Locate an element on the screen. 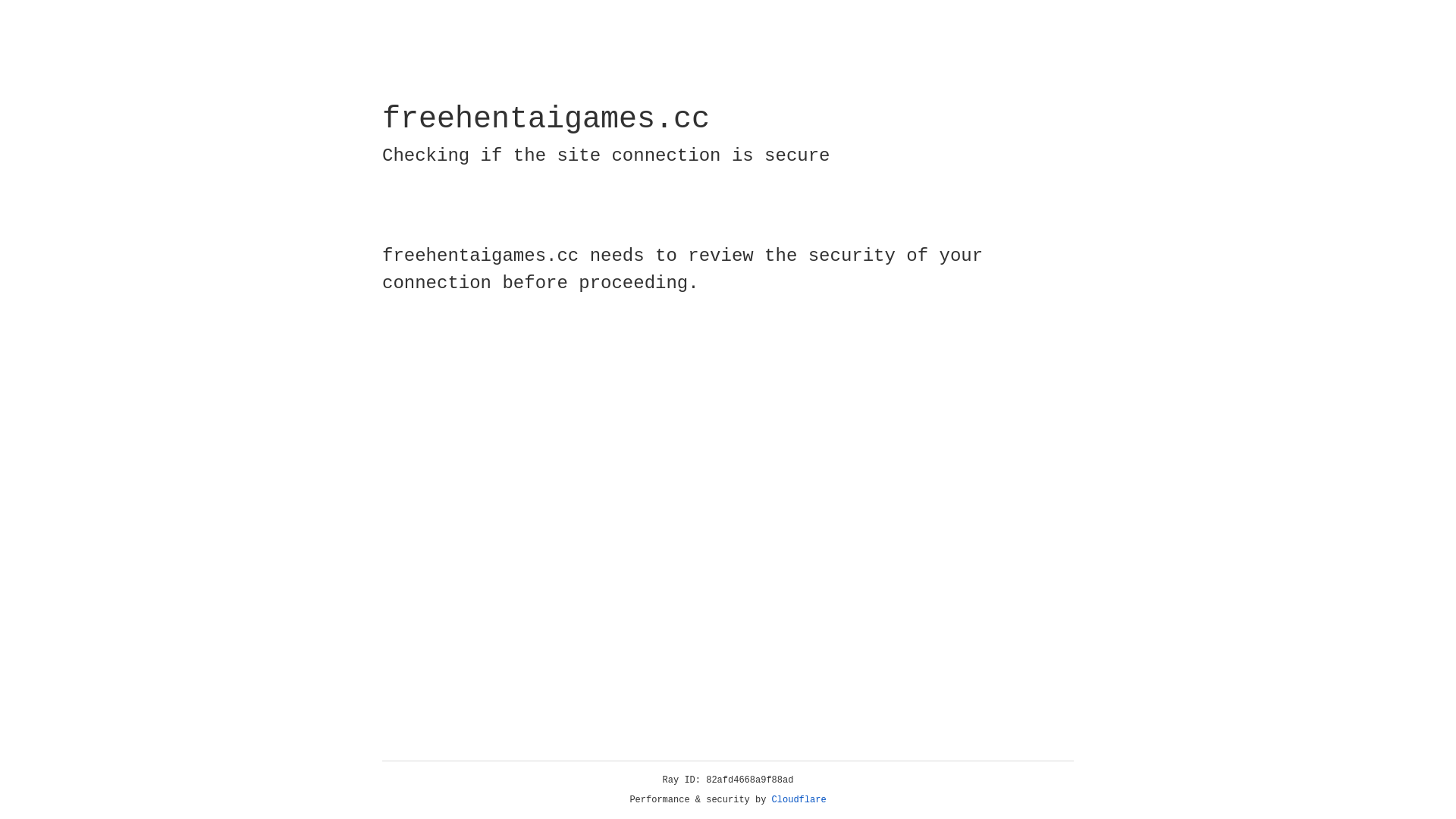 The height and width of the screenshot is (819, 1456). 'Cloudflare' is located at coordinates (771, 799).